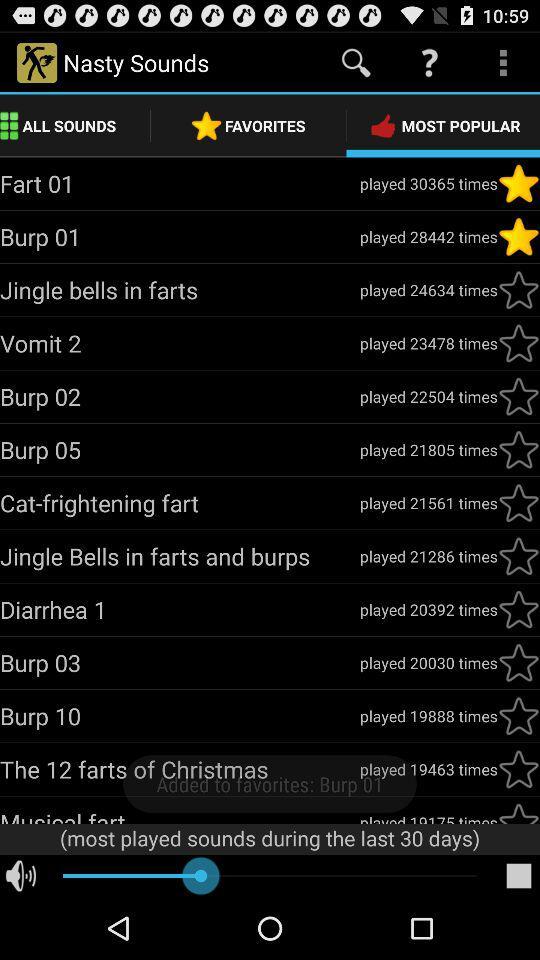 The image size is (540, 960). Describe the element at coordinates (518, 237) in the screenshot. I see `as favorite` at that location.